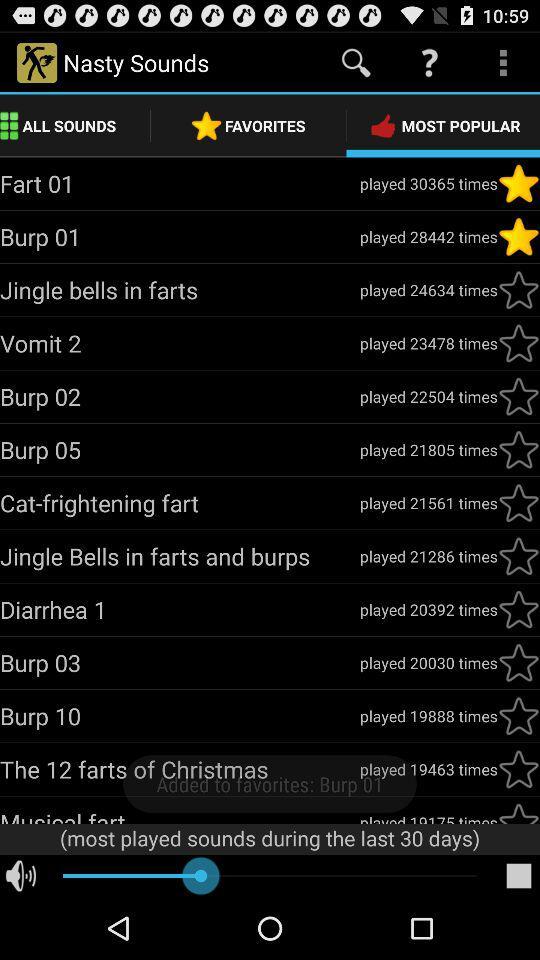 The image size is (540, 960). Describe the element at coordinates (518, 237) in the screenshot. I see `as favorite` at that location.